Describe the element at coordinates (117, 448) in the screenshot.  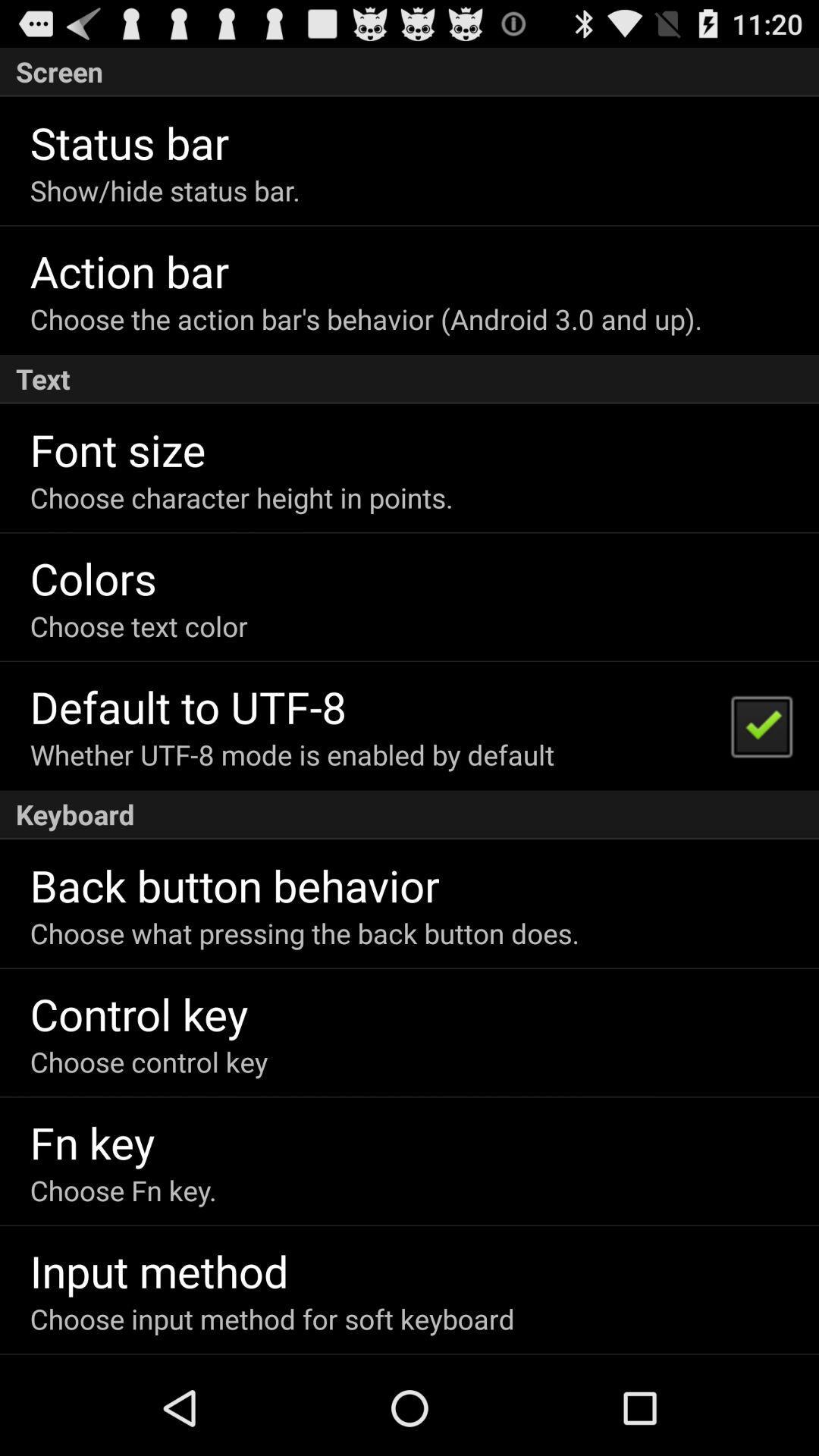
I see `the app above the choose character height app` at that location.